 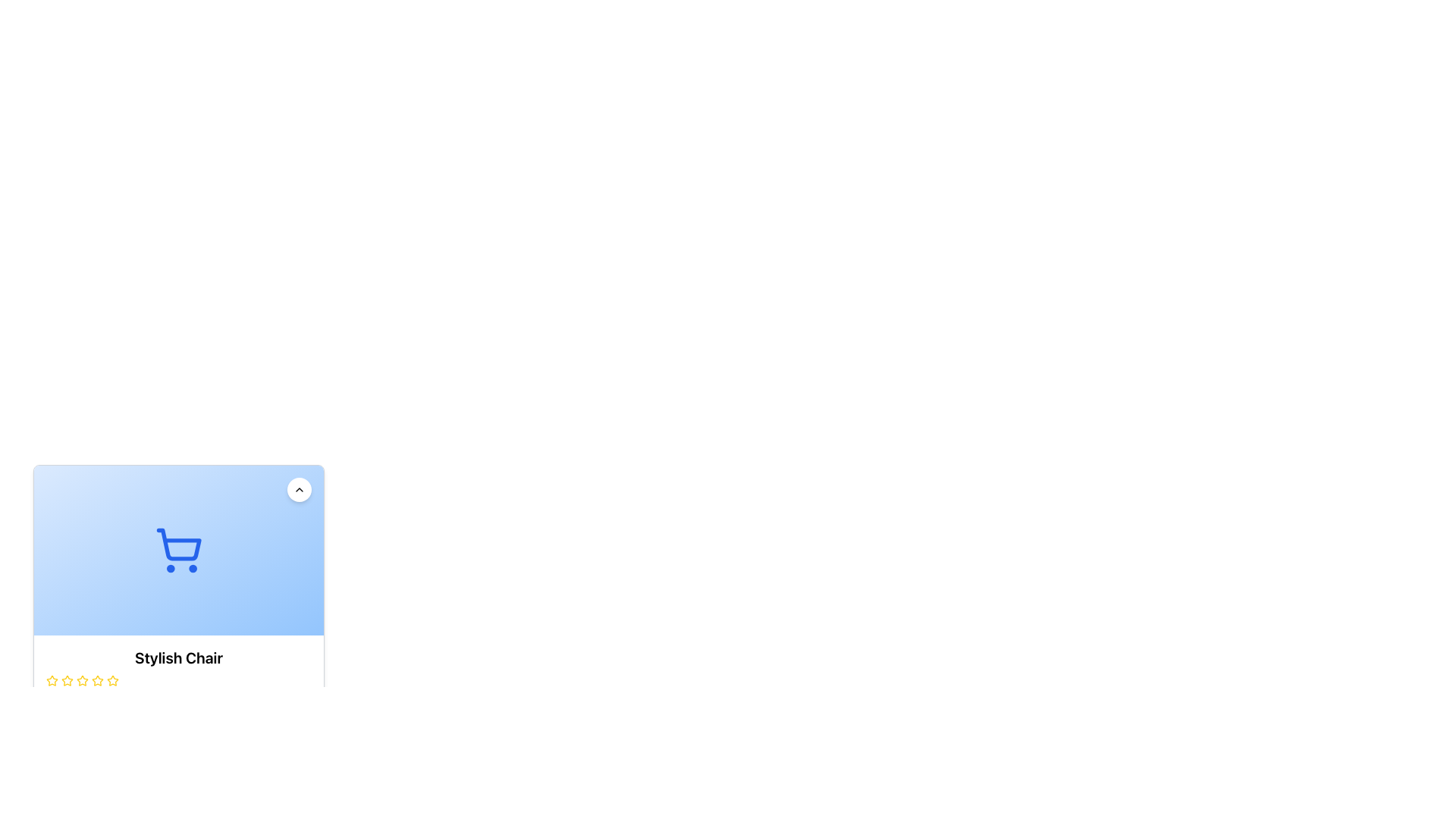 I want to click on the third star-shaped rating icon with a yellow stroke located below the title 'Stylish Chair', so click(x=97, y=679).